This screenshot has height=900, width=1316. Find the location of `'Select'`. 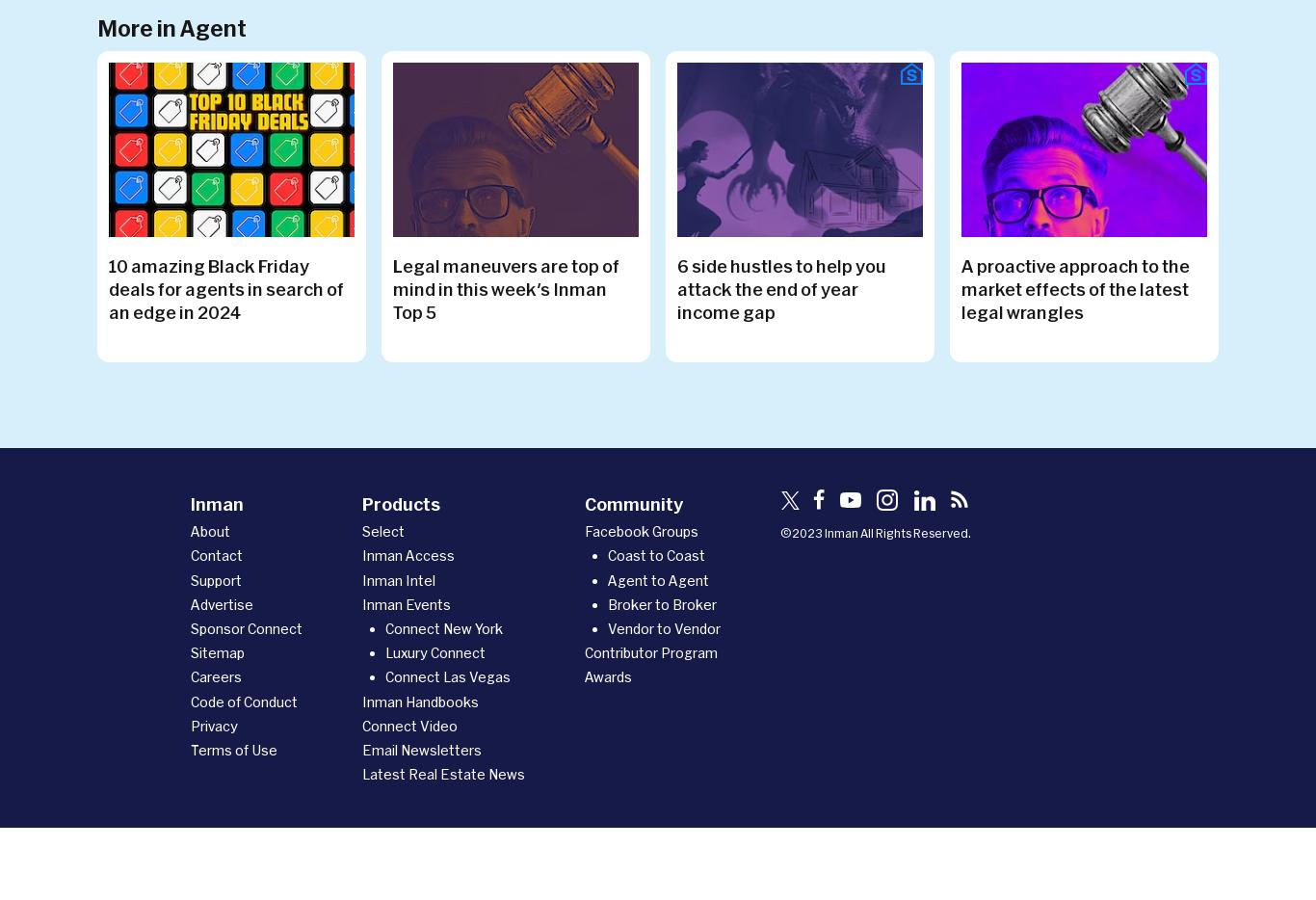

'Select' is located at coordinates (382, 531).